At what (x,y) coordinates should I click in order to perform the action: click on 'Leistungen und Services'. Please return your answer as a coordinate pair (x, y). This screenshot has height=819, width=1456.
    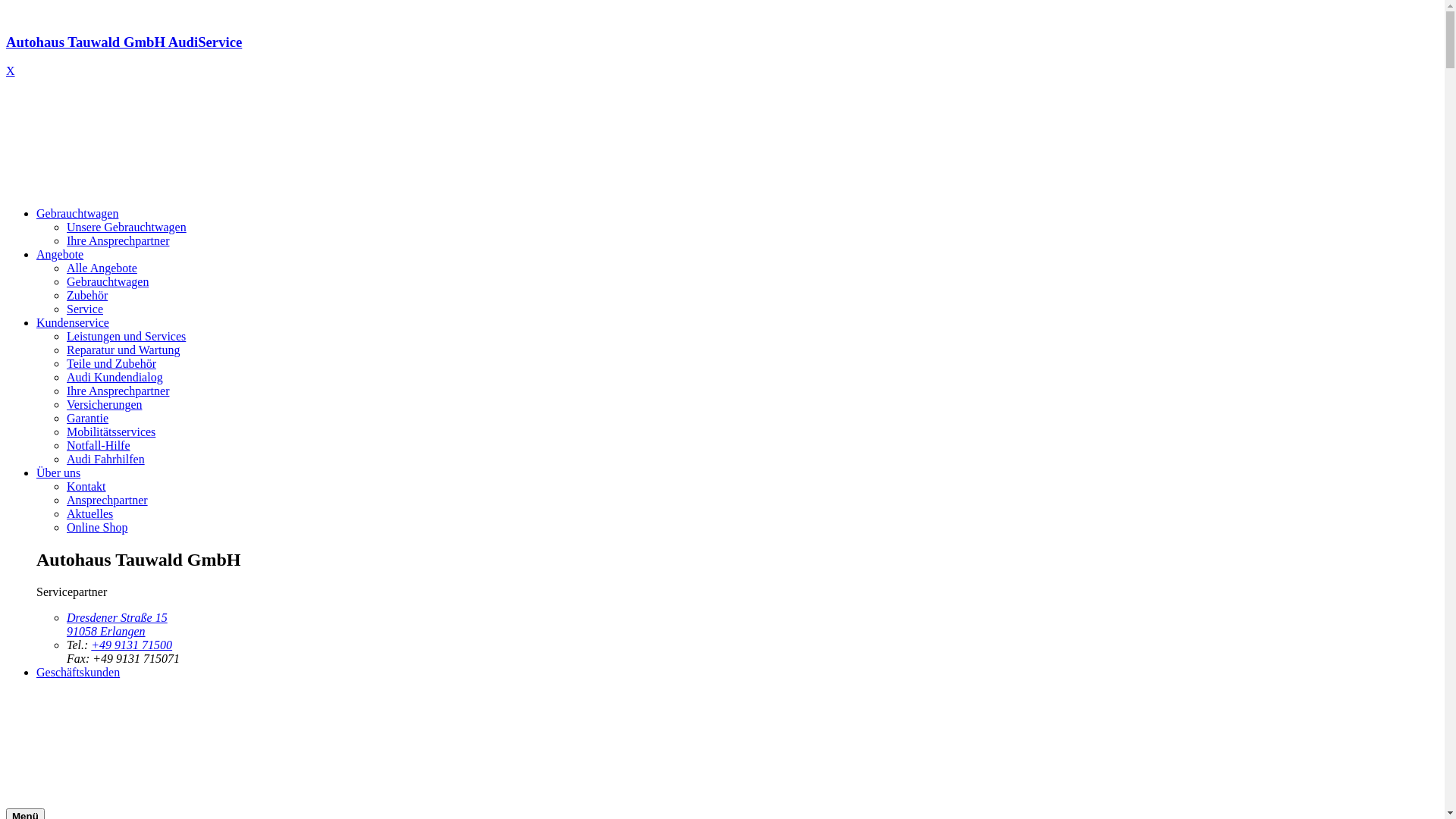
    Looking at the image, I should click on (126, 335).